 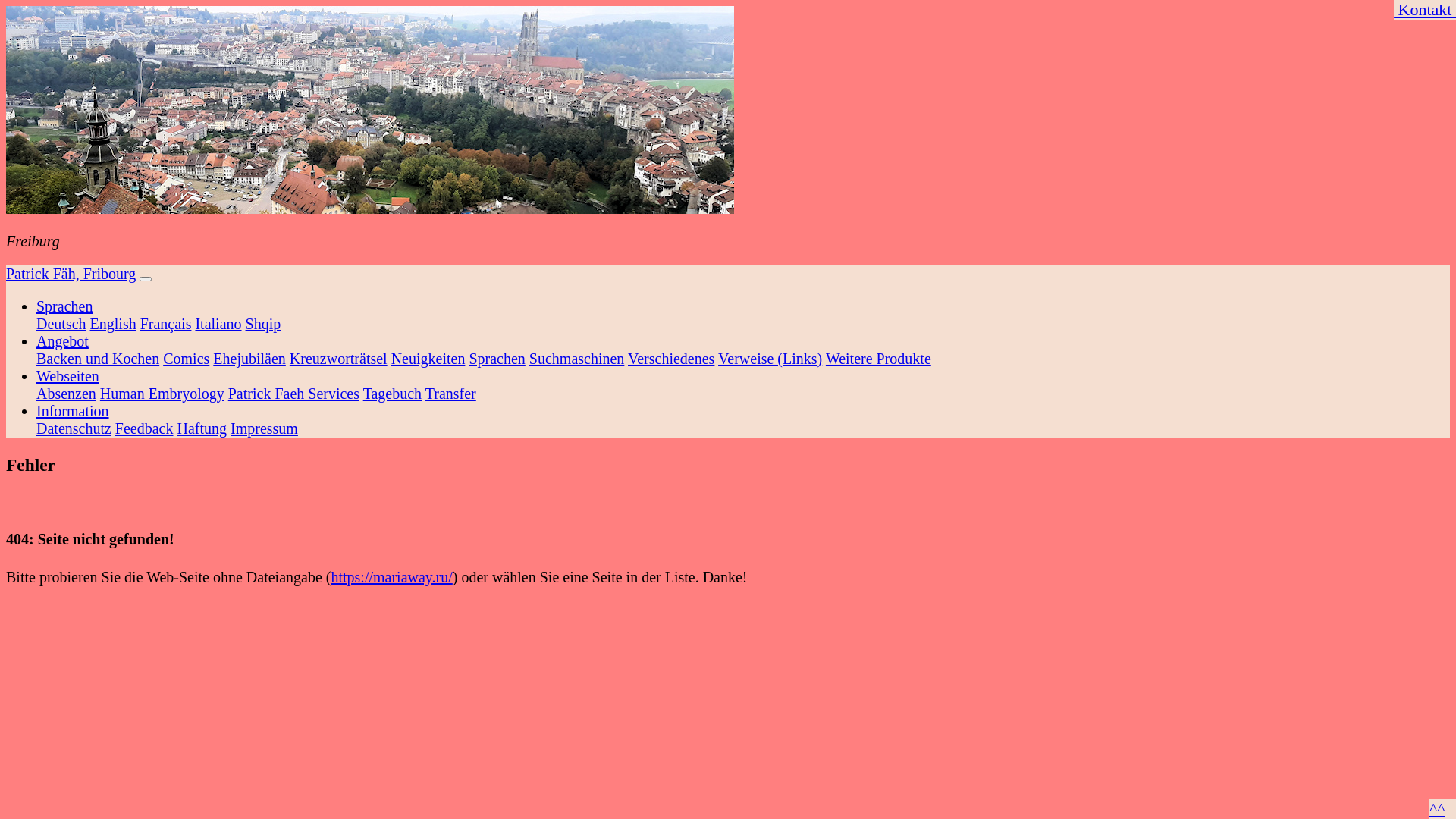 What do you see at coordinates (67, 375) in the screenshot?
I see `'Webseiten'` at bounding box center [67, 375].